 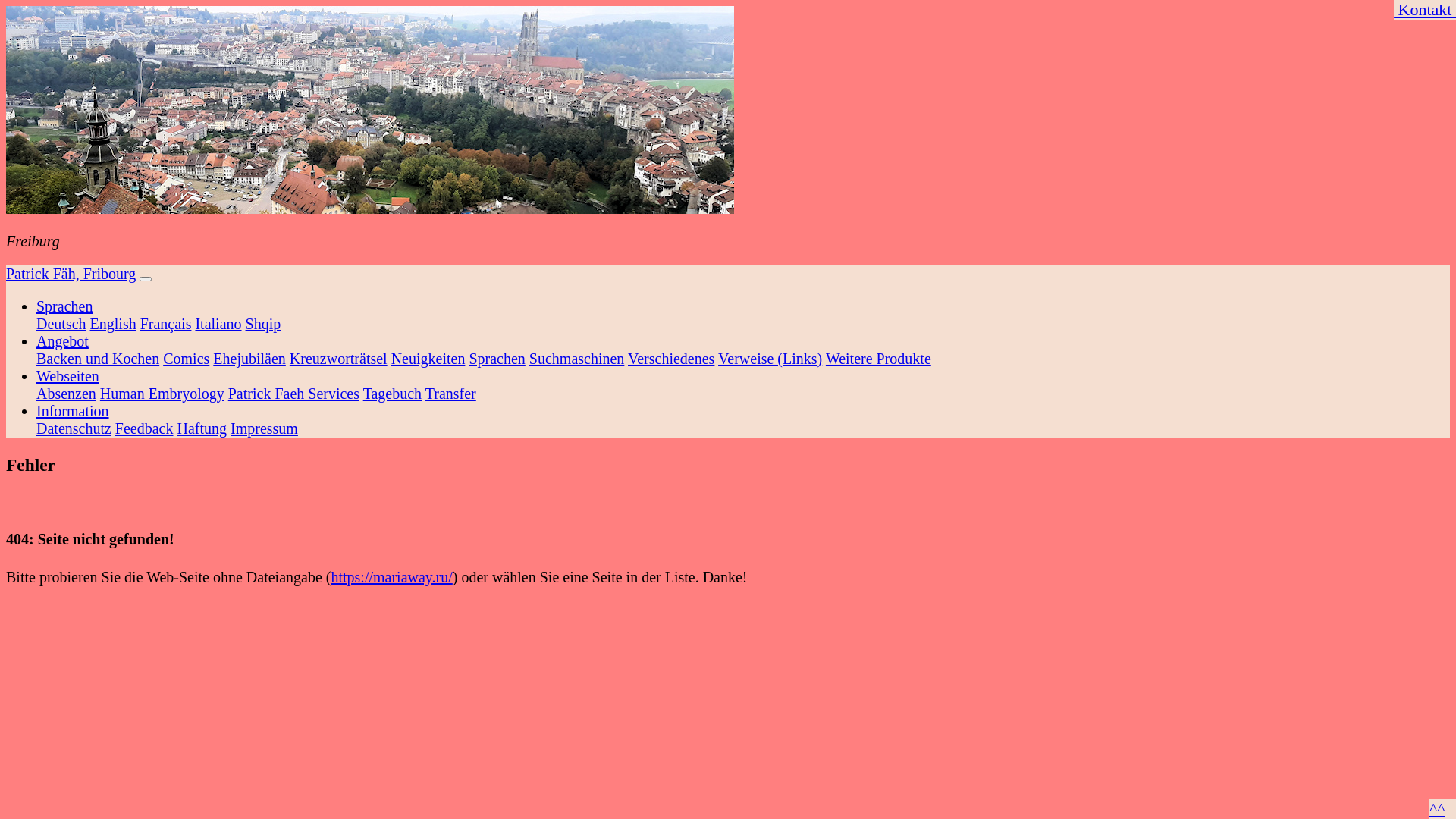 What do you see at coordinates (67, 375) in the screenshot?
I see `'Webseiten'` at bounding box center [67, 375].